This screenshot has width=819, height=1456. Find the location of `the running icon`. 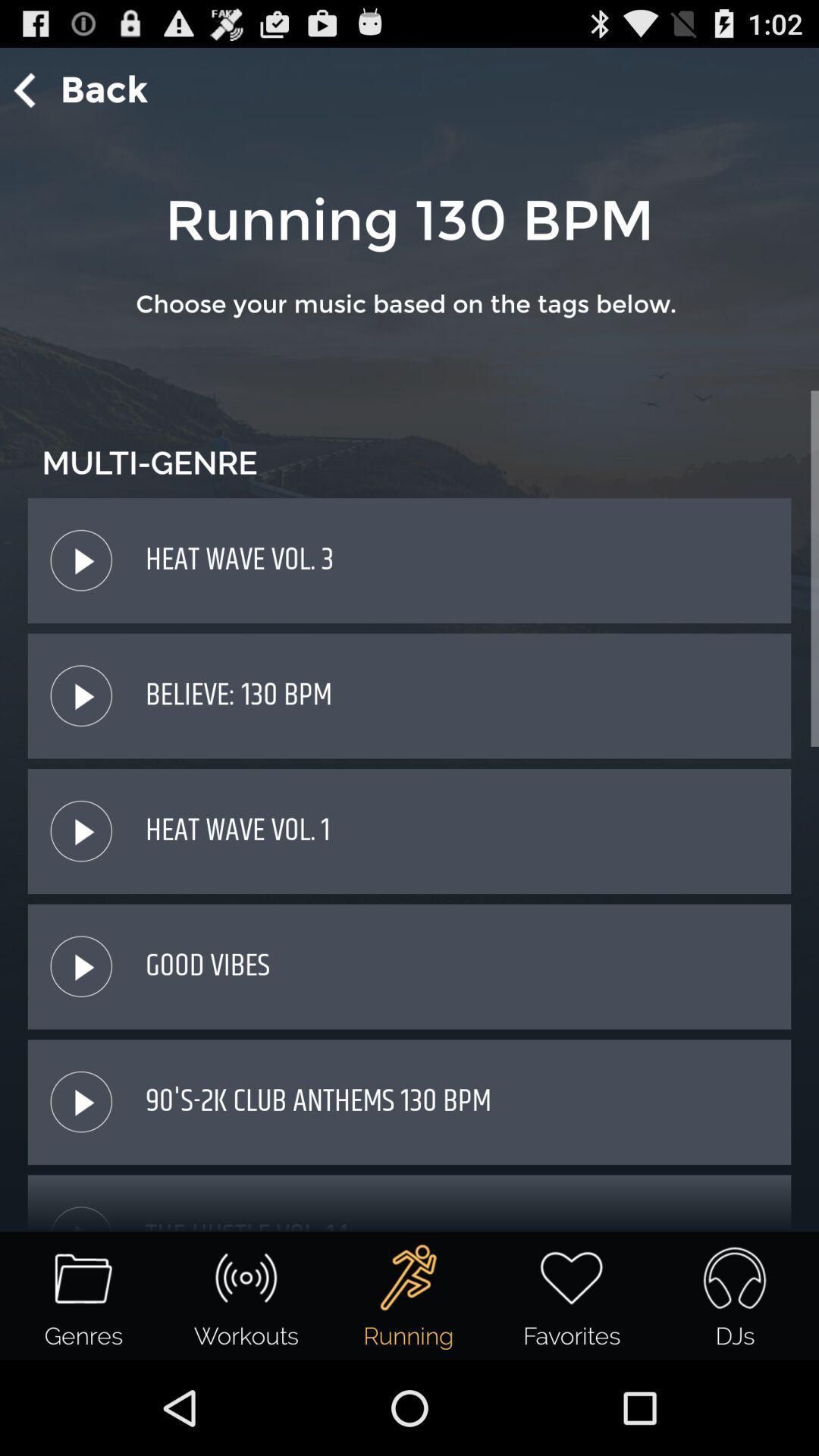

the running icon is located at coordinates (408, 1277).